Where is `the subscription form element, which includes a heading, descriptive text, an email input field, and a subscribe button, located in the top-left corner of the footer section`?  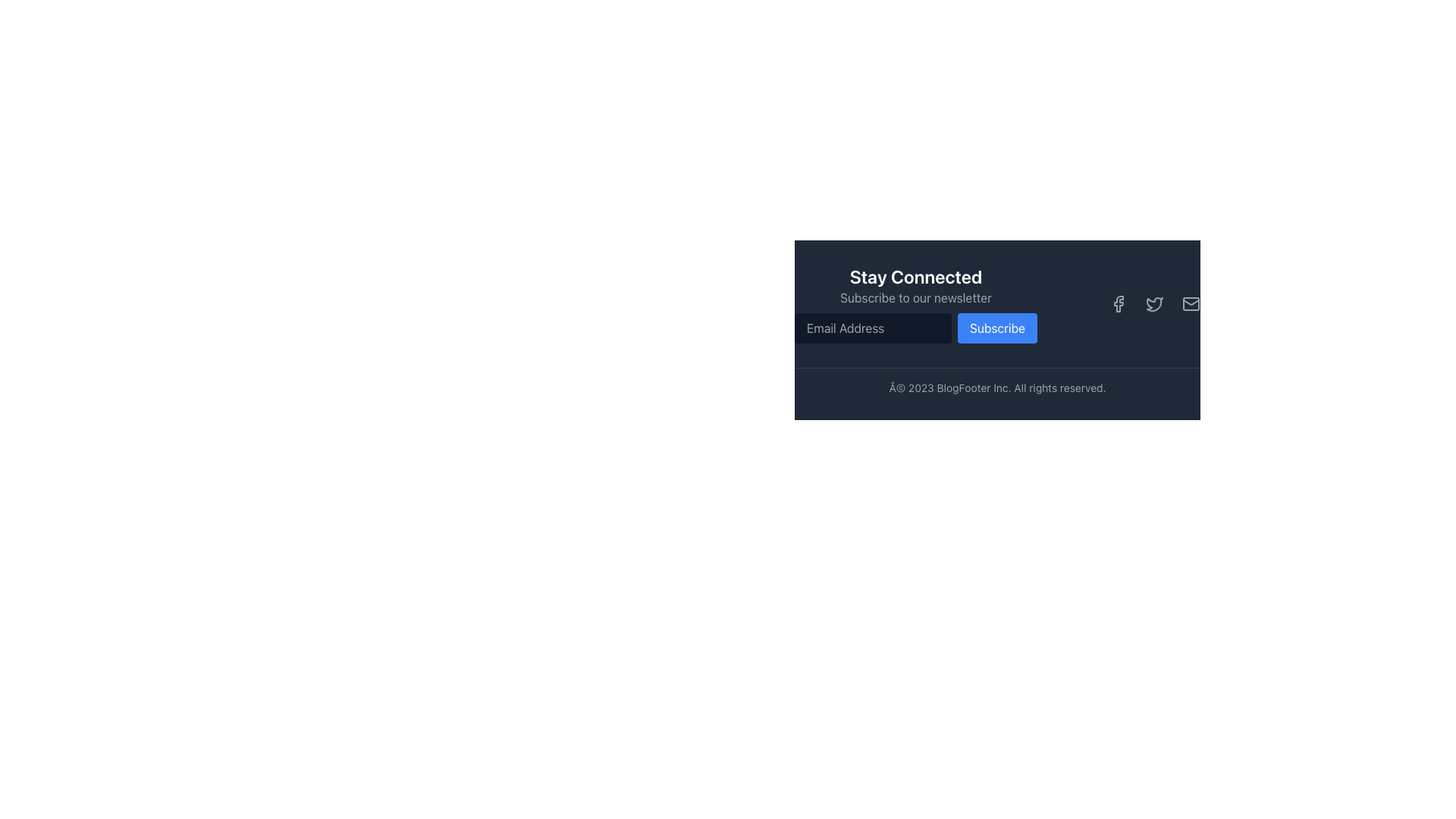 the subscription form element, which includes a heading, descriptive text, an email input field, and a subscribe button, located in the top-left corner of the footer section is located at coordinates (915, 304).